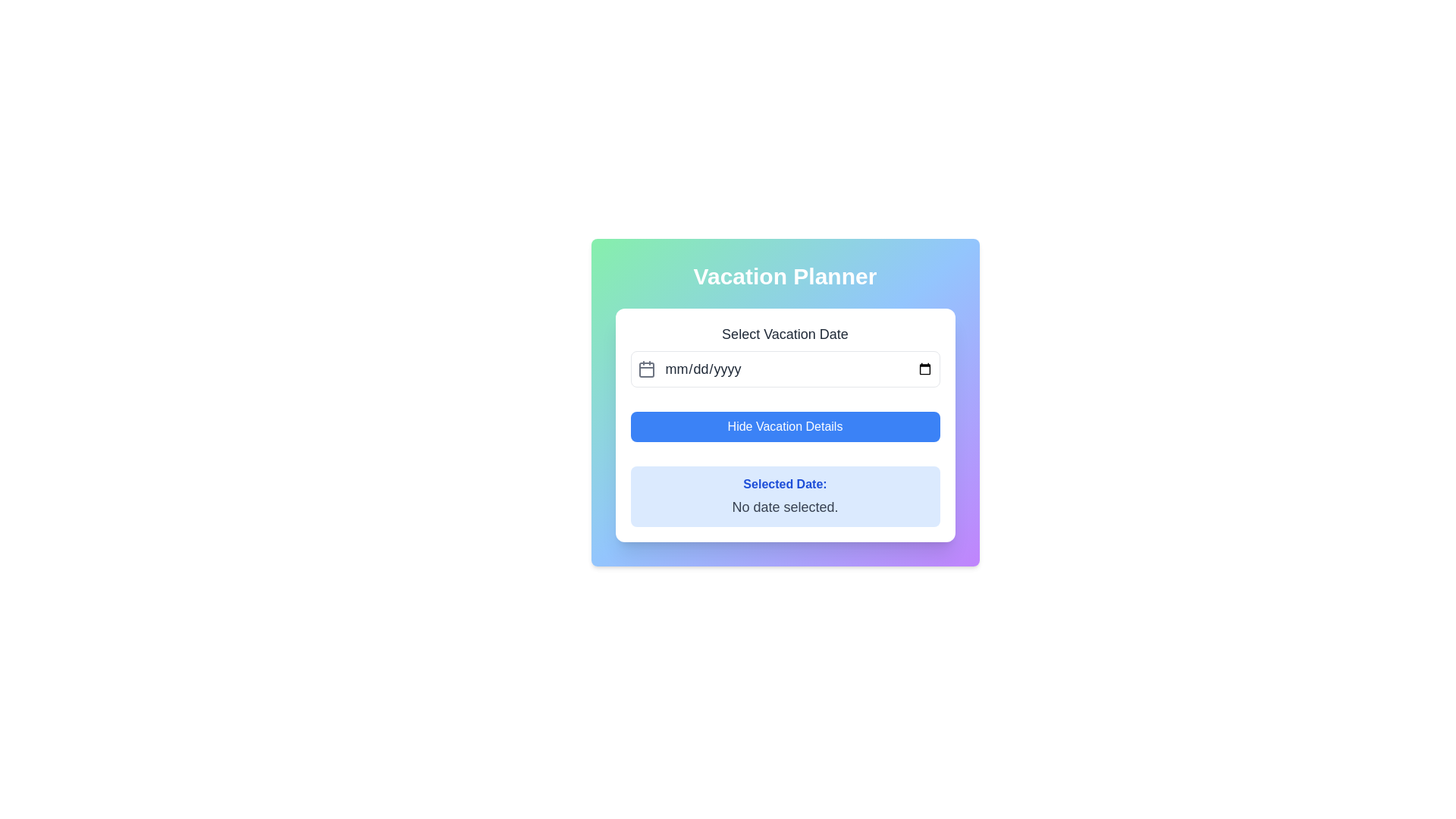 This screenshot has width=1456, height=819. Describe the element at coordinates (785, 427) in the screenshot. I see `the 'Hide Vacation Details' button, which is a medium-sized rectangular button with rounded corners and a vibrant blue background` at that location.